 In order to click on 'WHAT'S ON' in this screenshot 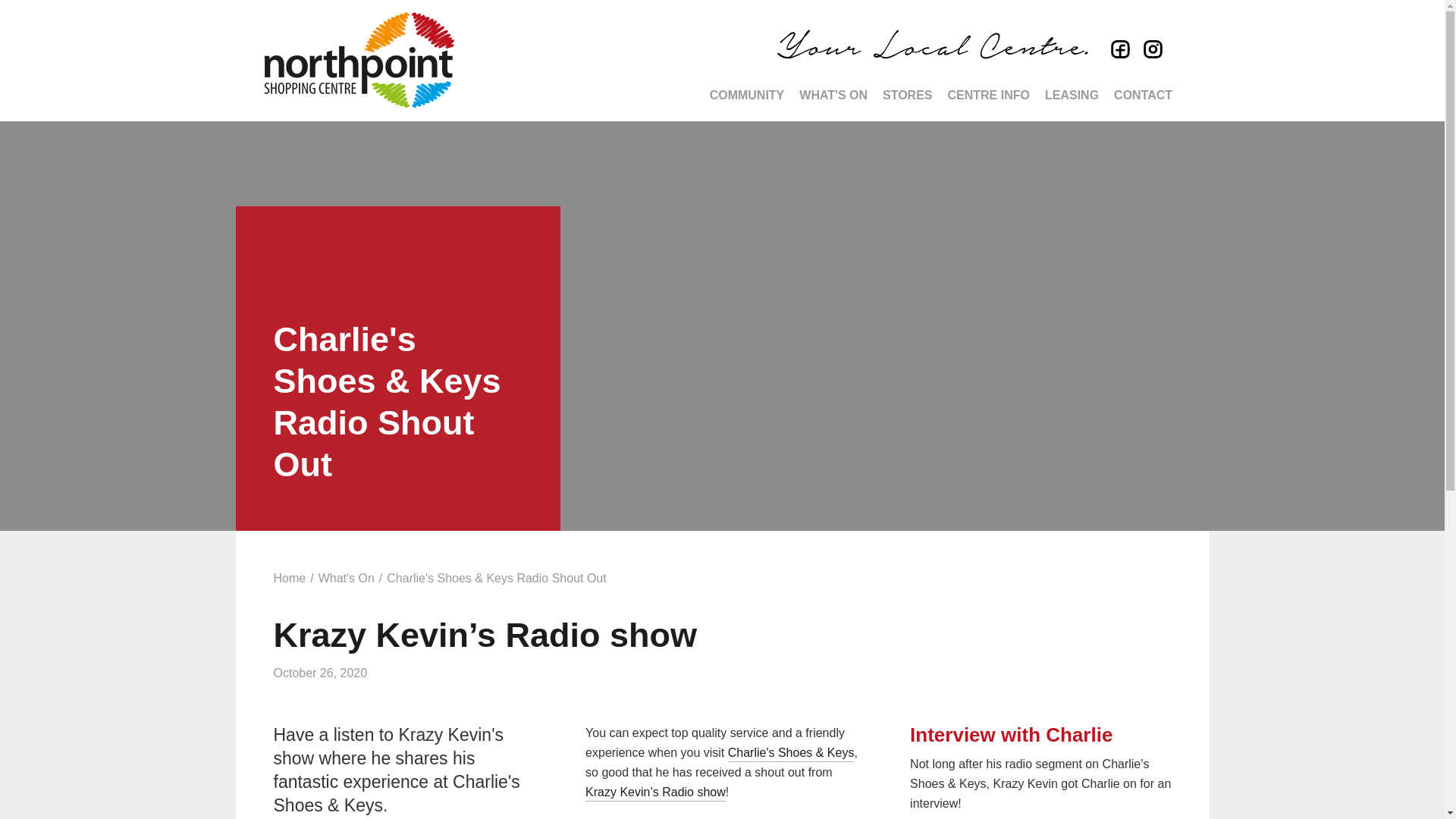, I will do `click(833, 96)`.